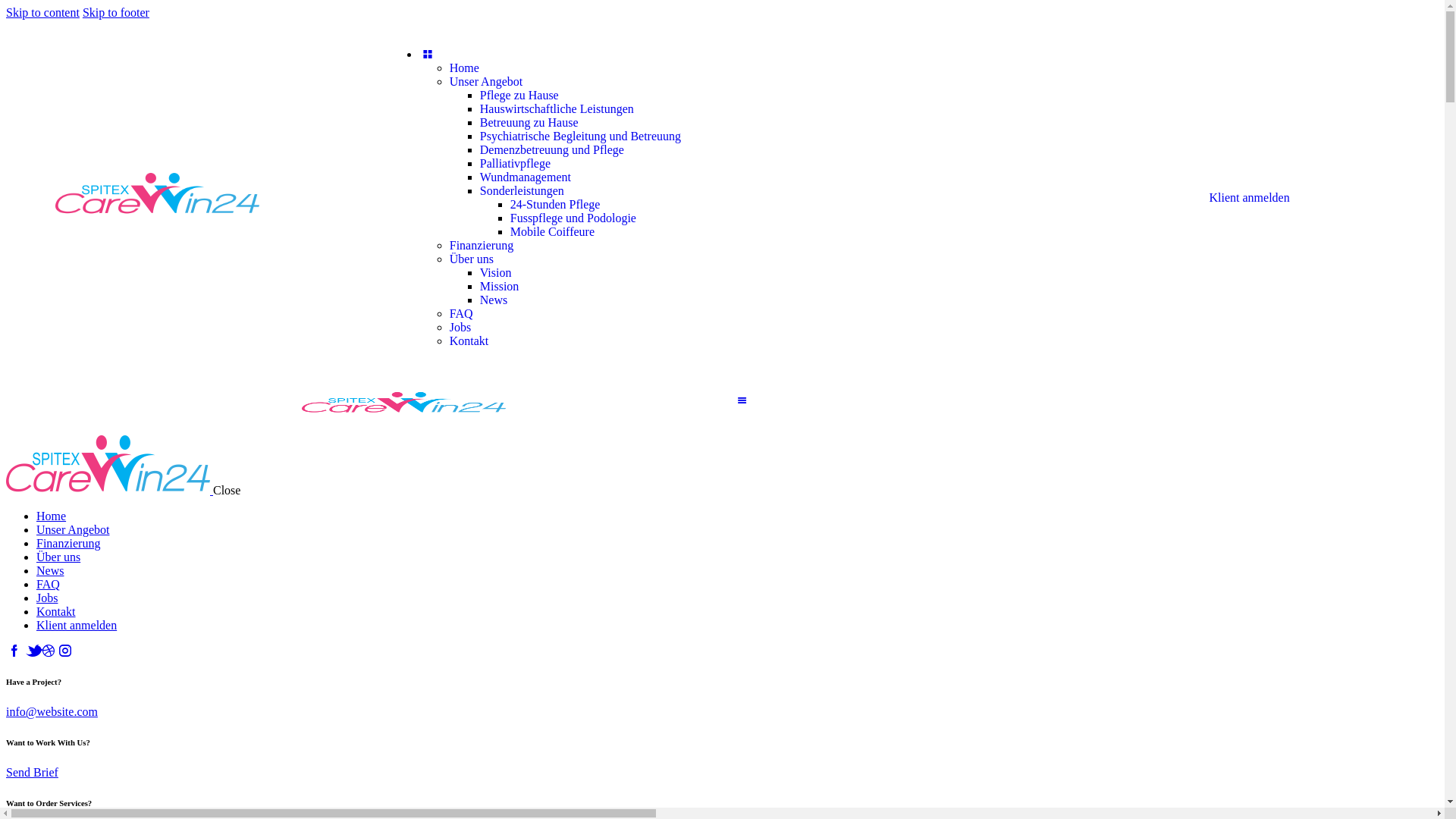  Describe the element at coordinates (515, 163) in the screenshot. I see `'Palliativpflege'` at that location.